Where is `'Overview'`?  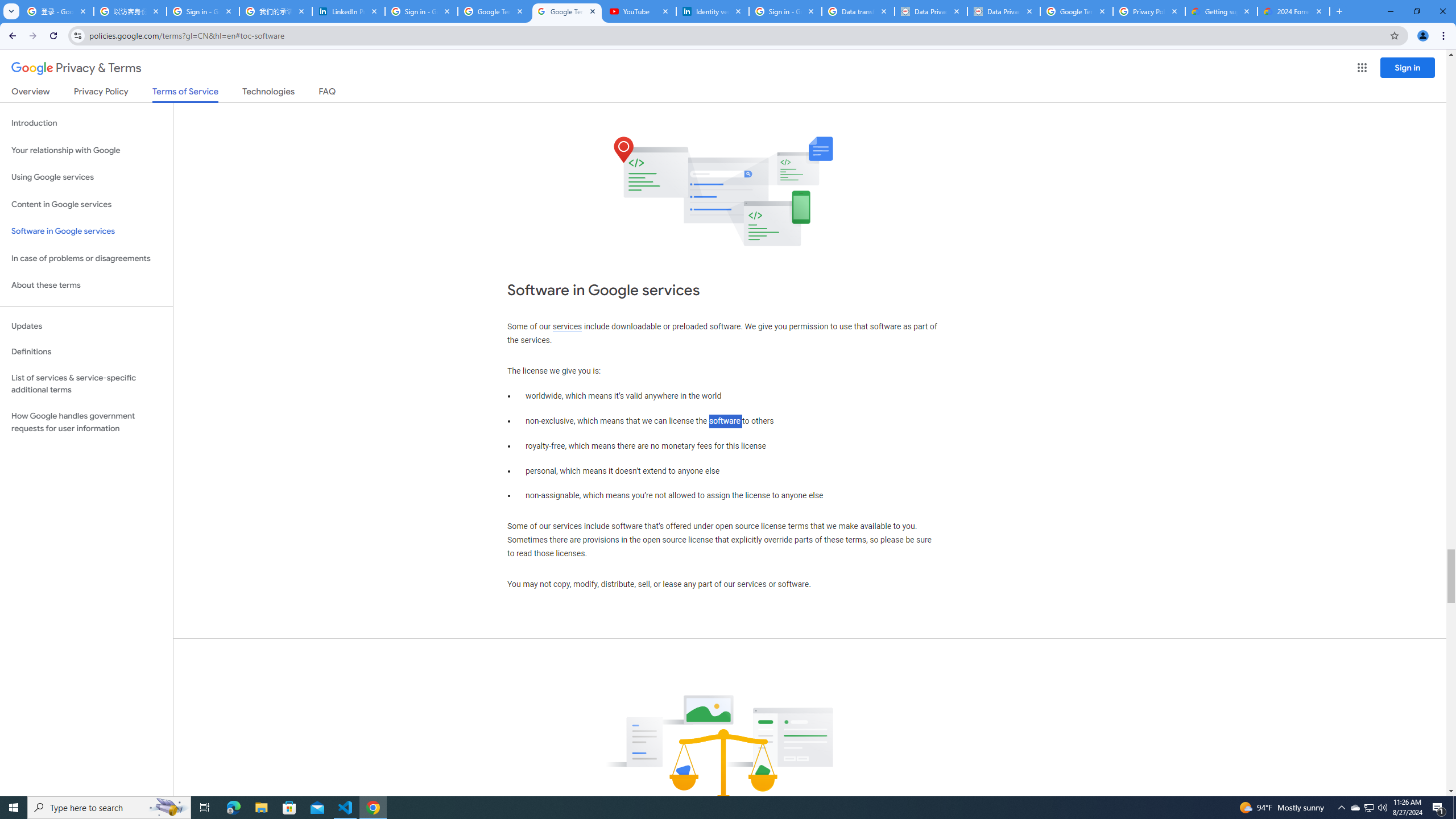 'Overview' is located at coordinates (30, 93).